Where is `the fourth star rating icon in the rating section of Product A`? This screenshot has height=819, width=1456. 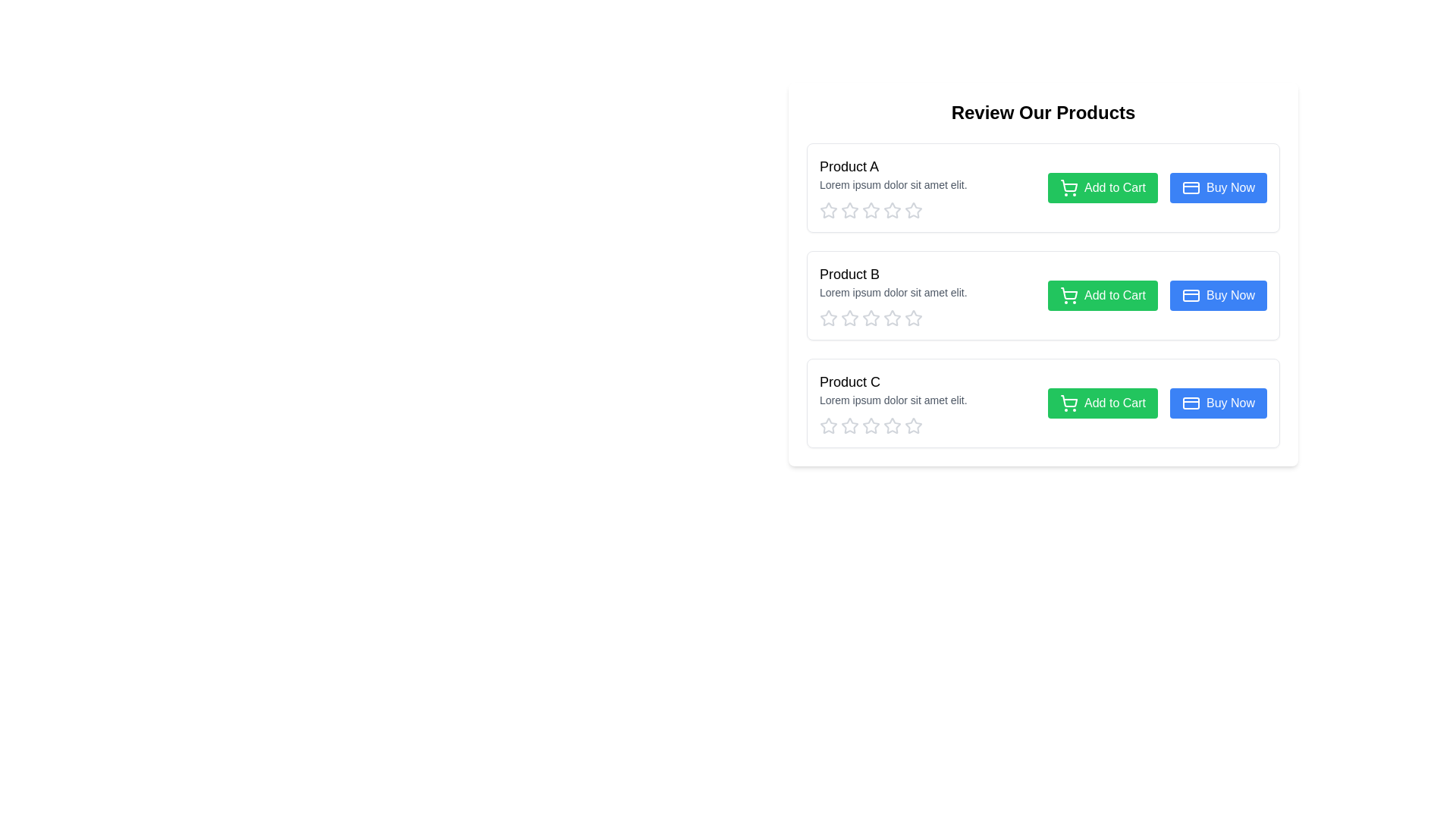
the fourth star rating icon in the rating section of Product A is located at coordinates (871, 210).